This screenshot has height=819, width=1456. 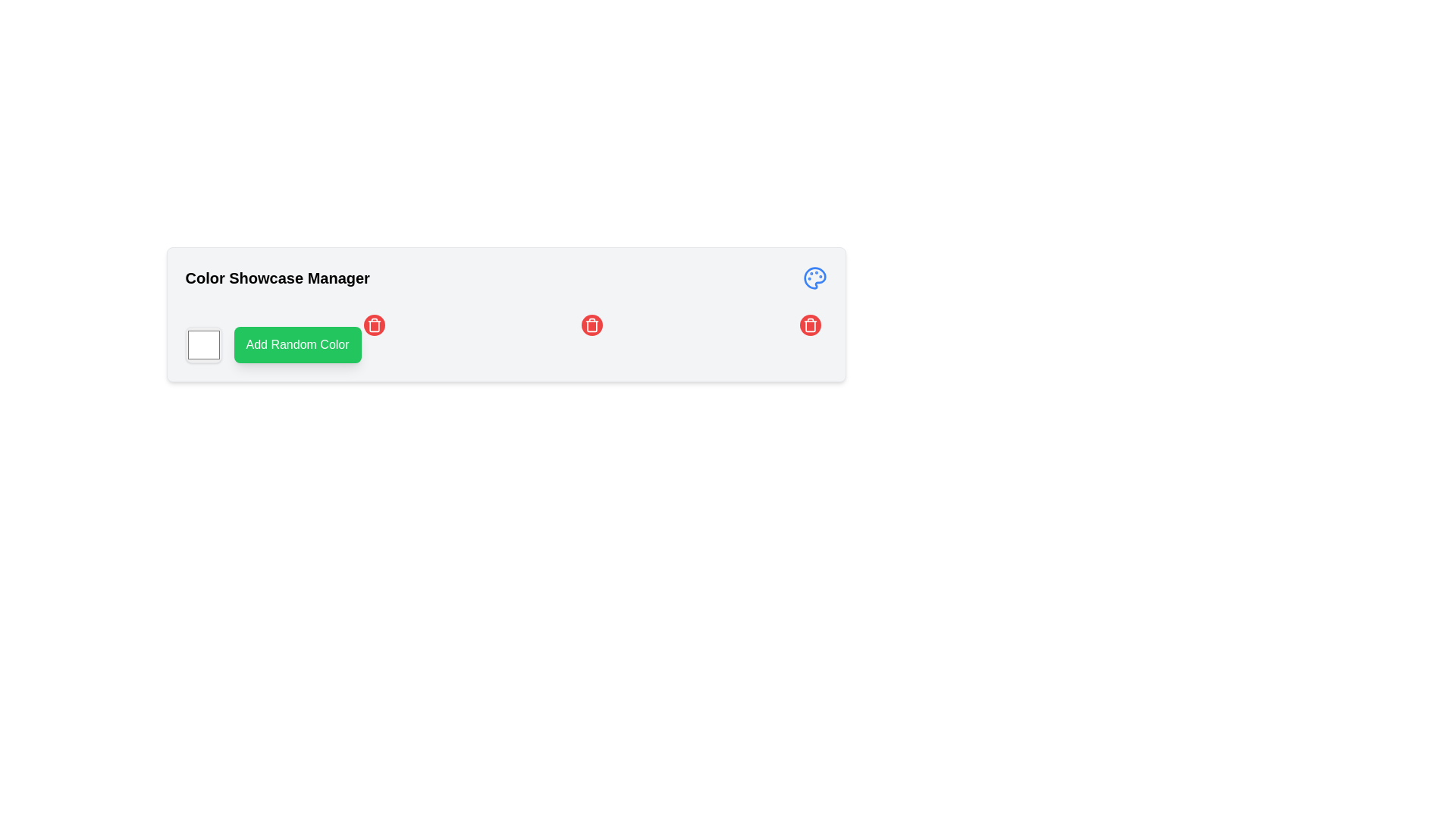 I want to click on the paint palette icon located in the top-right corner of the interface, which symbolizes color-related functionalities, so click(x=814, y=278).